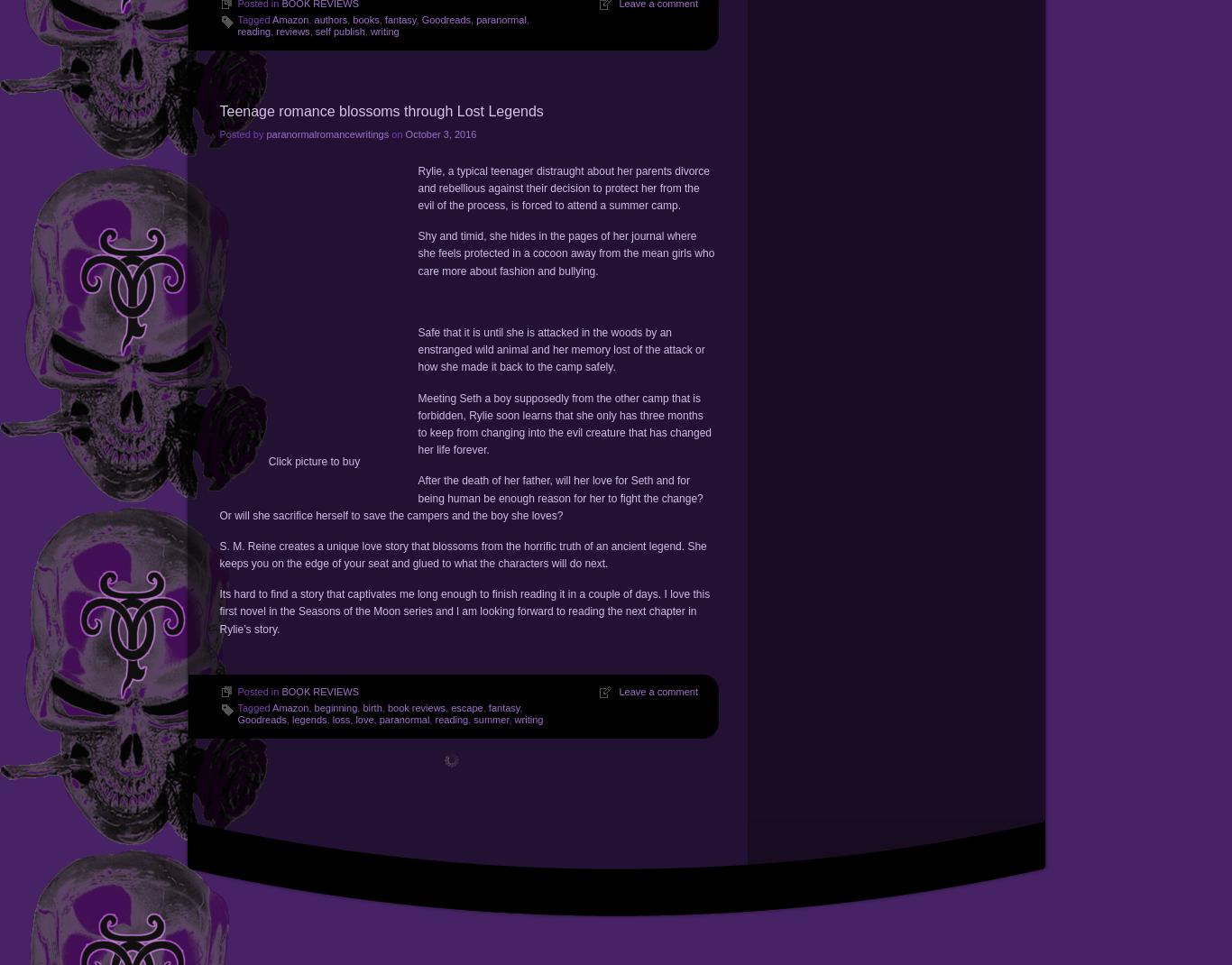 The image size is (1232, 965). I want to click on 'Leave a comment', so click(657, 690).